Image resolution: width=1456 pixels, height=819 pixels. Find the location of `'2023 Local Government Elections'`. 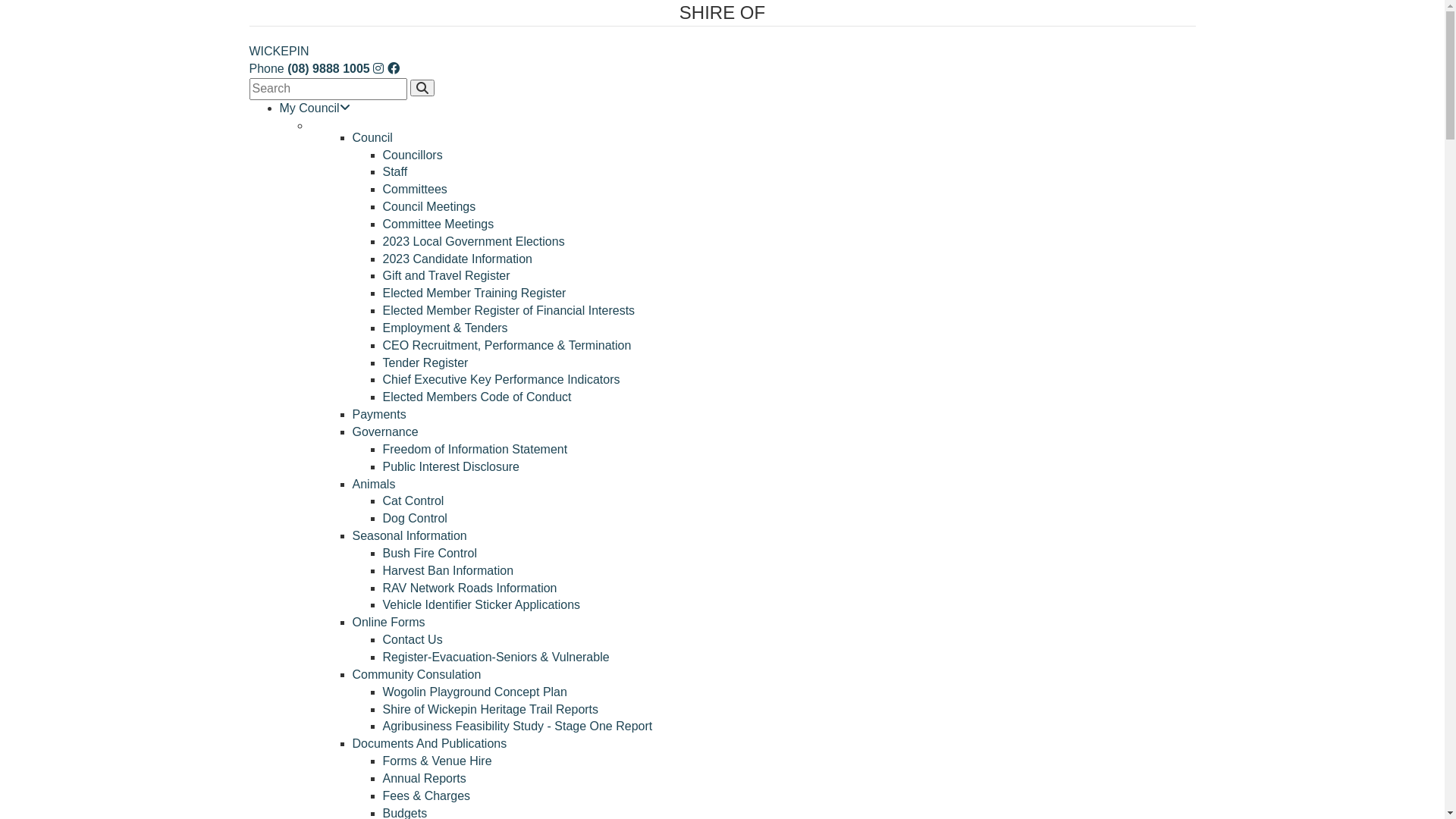

'2023 Local Government Elections' is located at coordinates (382, 240).